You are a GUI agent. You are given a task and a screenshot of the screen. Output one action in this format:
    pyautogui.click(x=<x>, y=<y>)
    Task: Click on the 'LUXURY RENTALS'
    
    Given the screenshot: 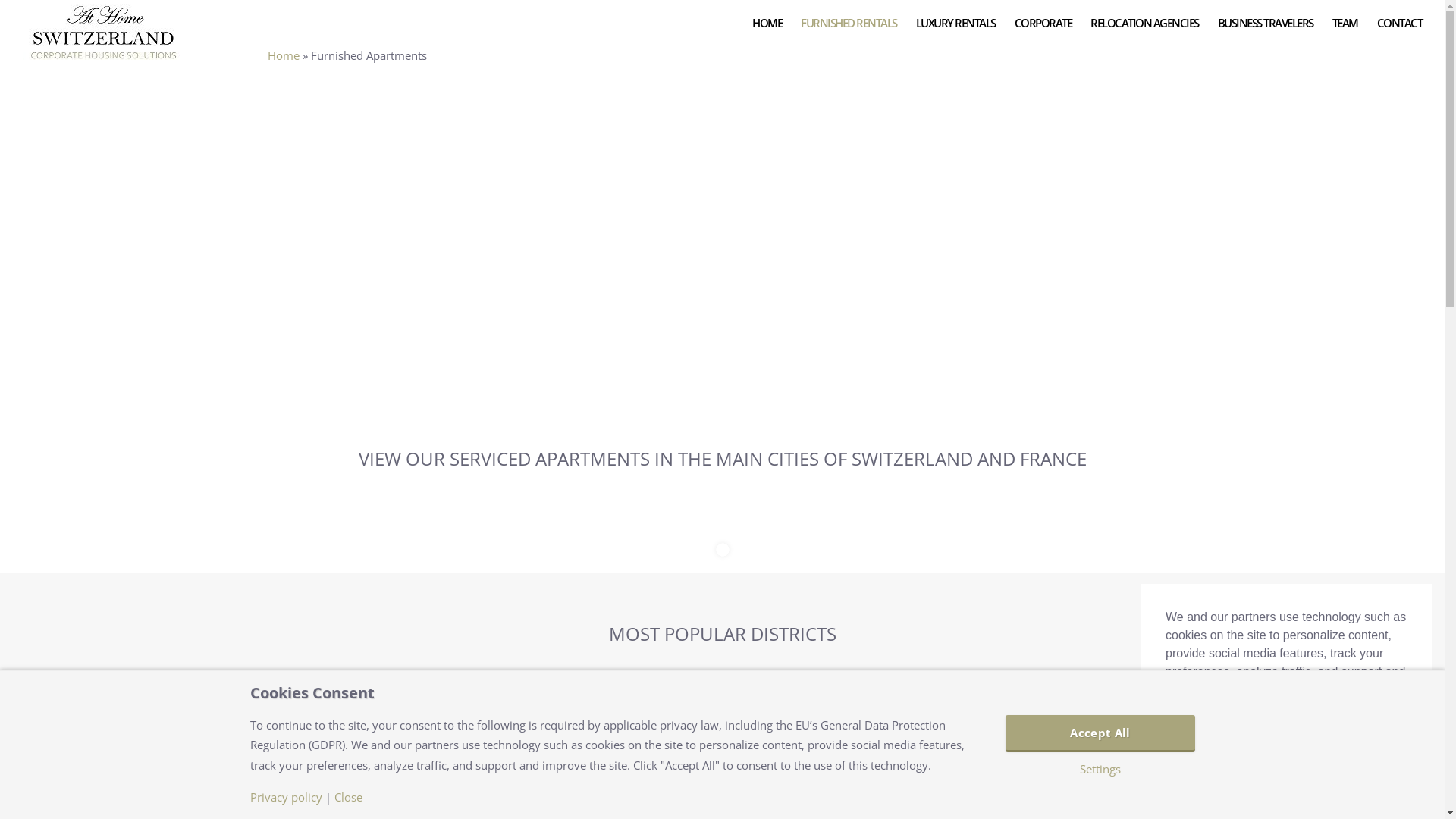 What is the action you would take?
    pyautogui.click(x=915, y=23)
    